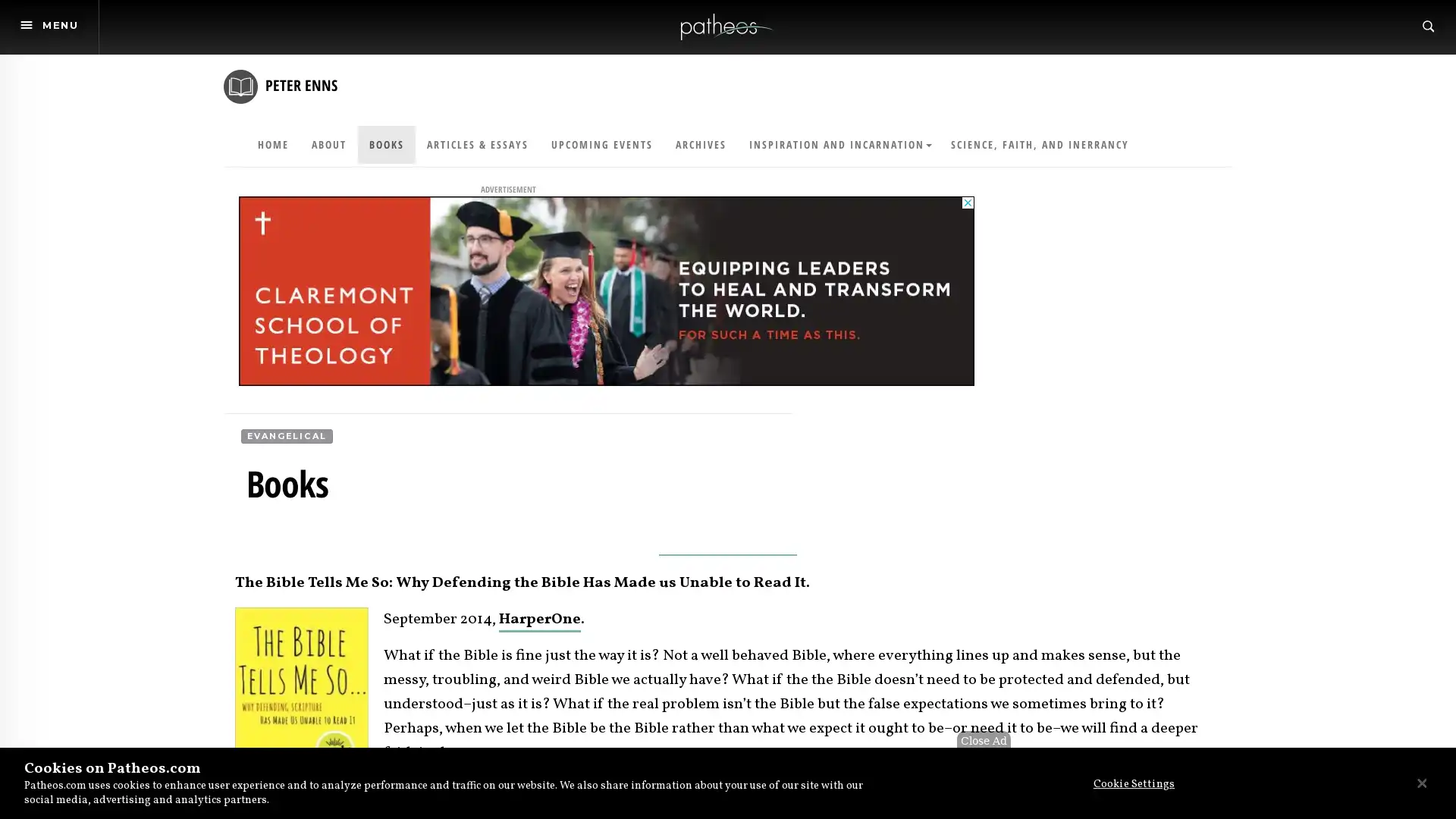  What do you see at coordinates (1129, 784) in the screenshot?
I see `Cookie Settings` at bounding box center [1129, 784].